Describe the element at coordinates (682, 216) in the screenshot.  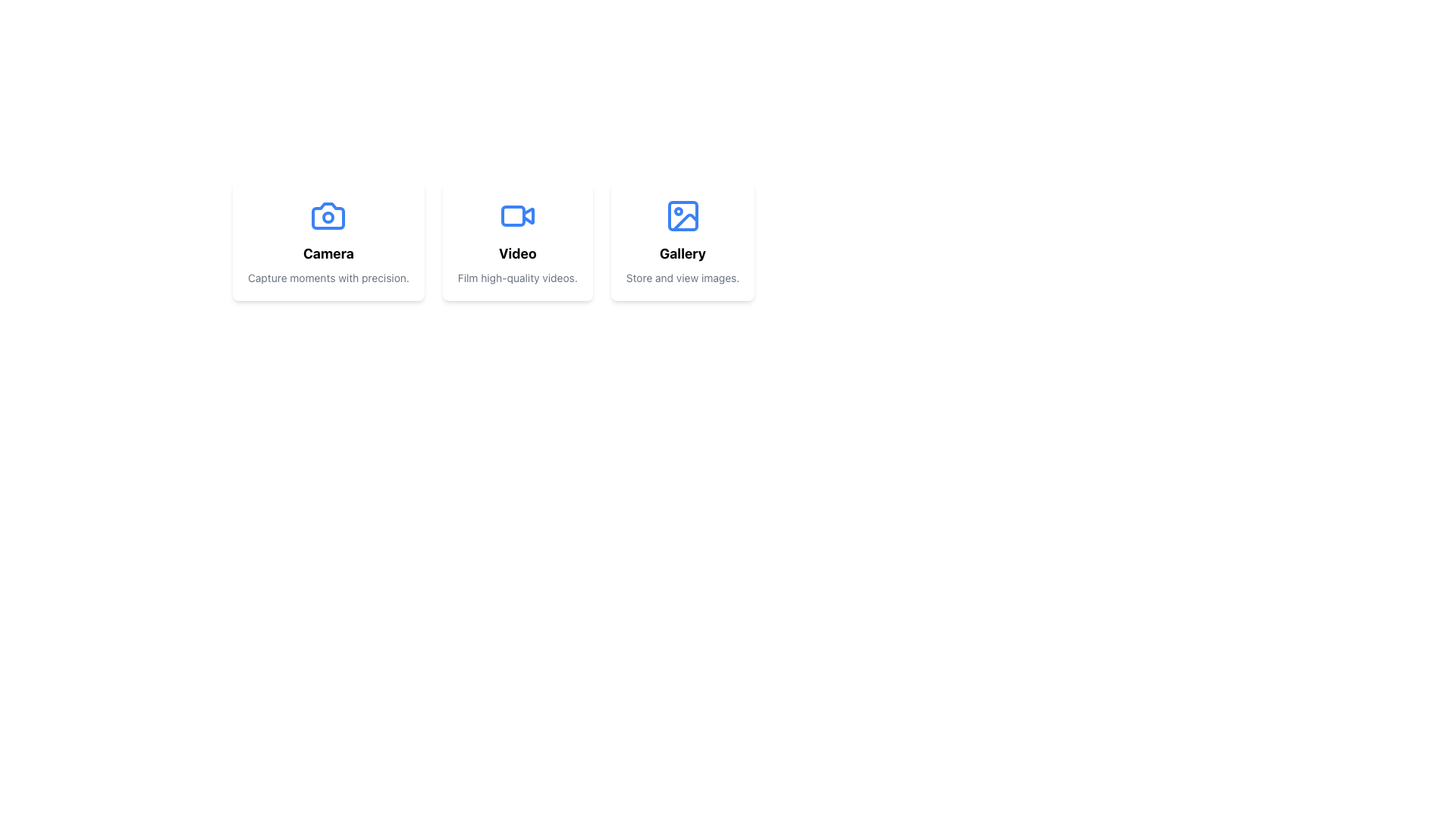
I see `the small rectangle with rounded corners located in the top-left corner of the stylized image icon associated with the third card titled 'Gallery'` at that location.